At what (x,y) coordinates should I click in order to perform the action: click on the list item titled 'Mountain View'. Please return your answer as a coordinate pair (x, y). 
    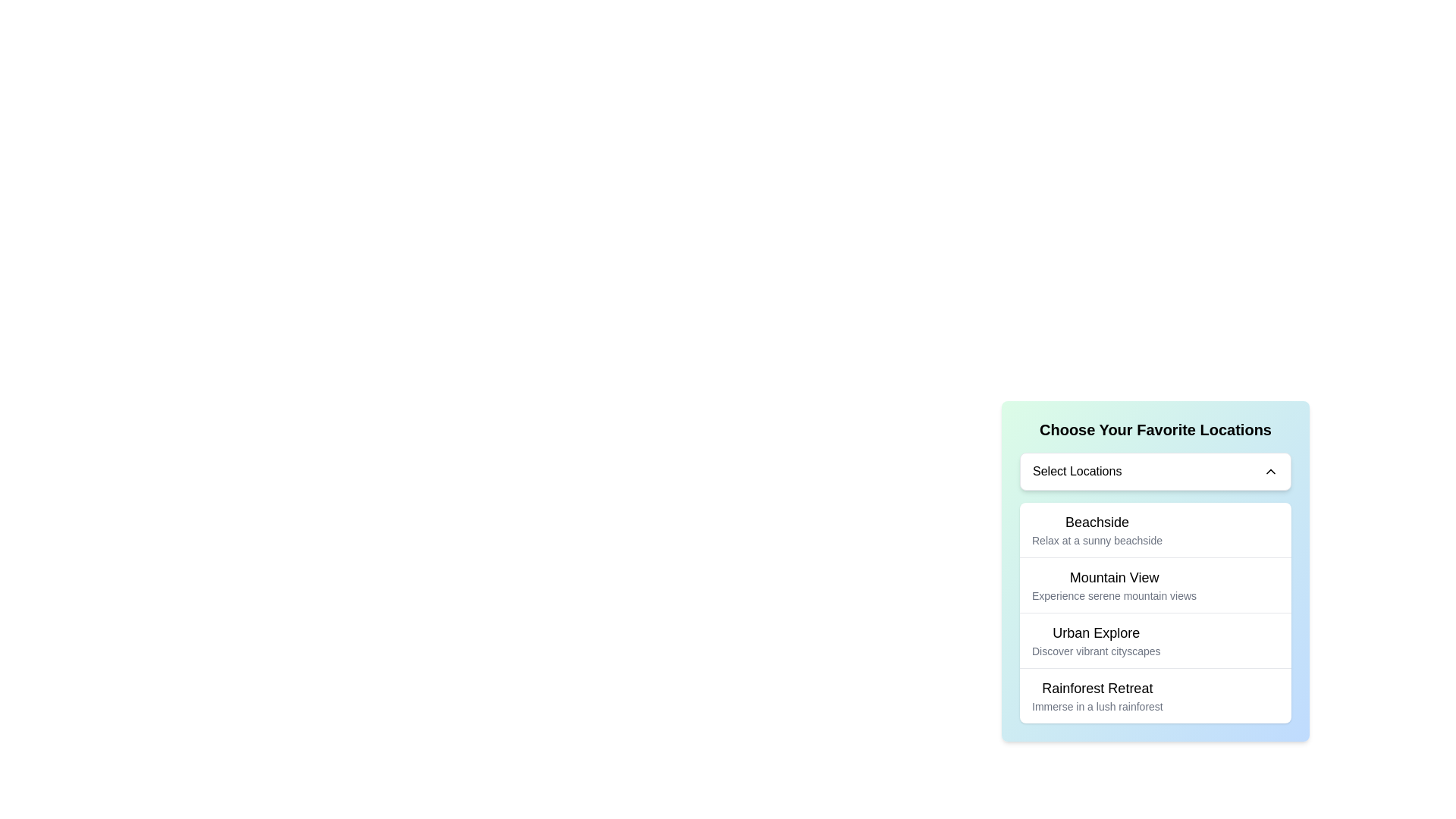
    Looking at the image, I should click on (1154, 584).